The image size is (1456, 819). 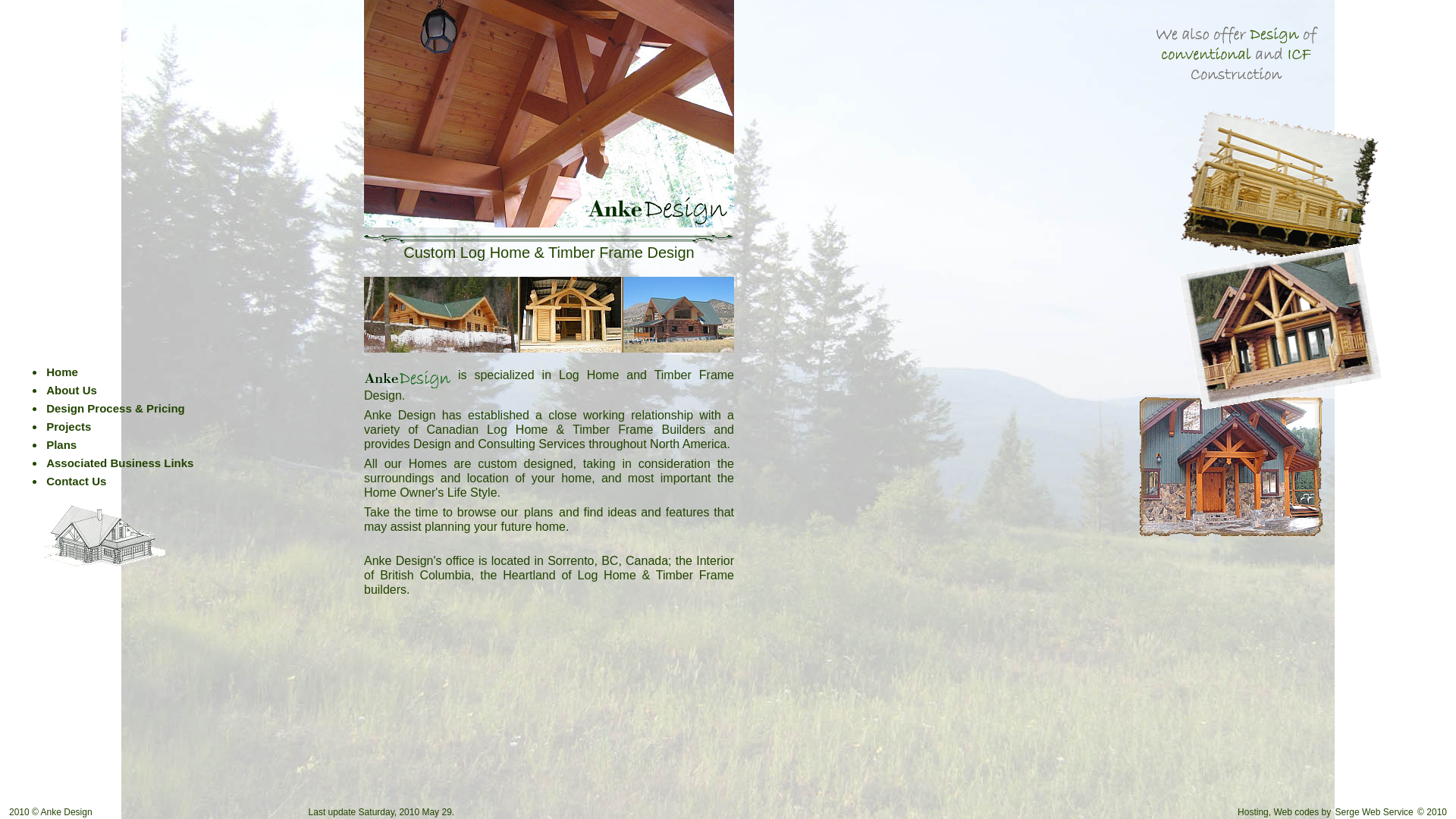 I want to click on 'Associated Business Links', so click(x=119, y=462).